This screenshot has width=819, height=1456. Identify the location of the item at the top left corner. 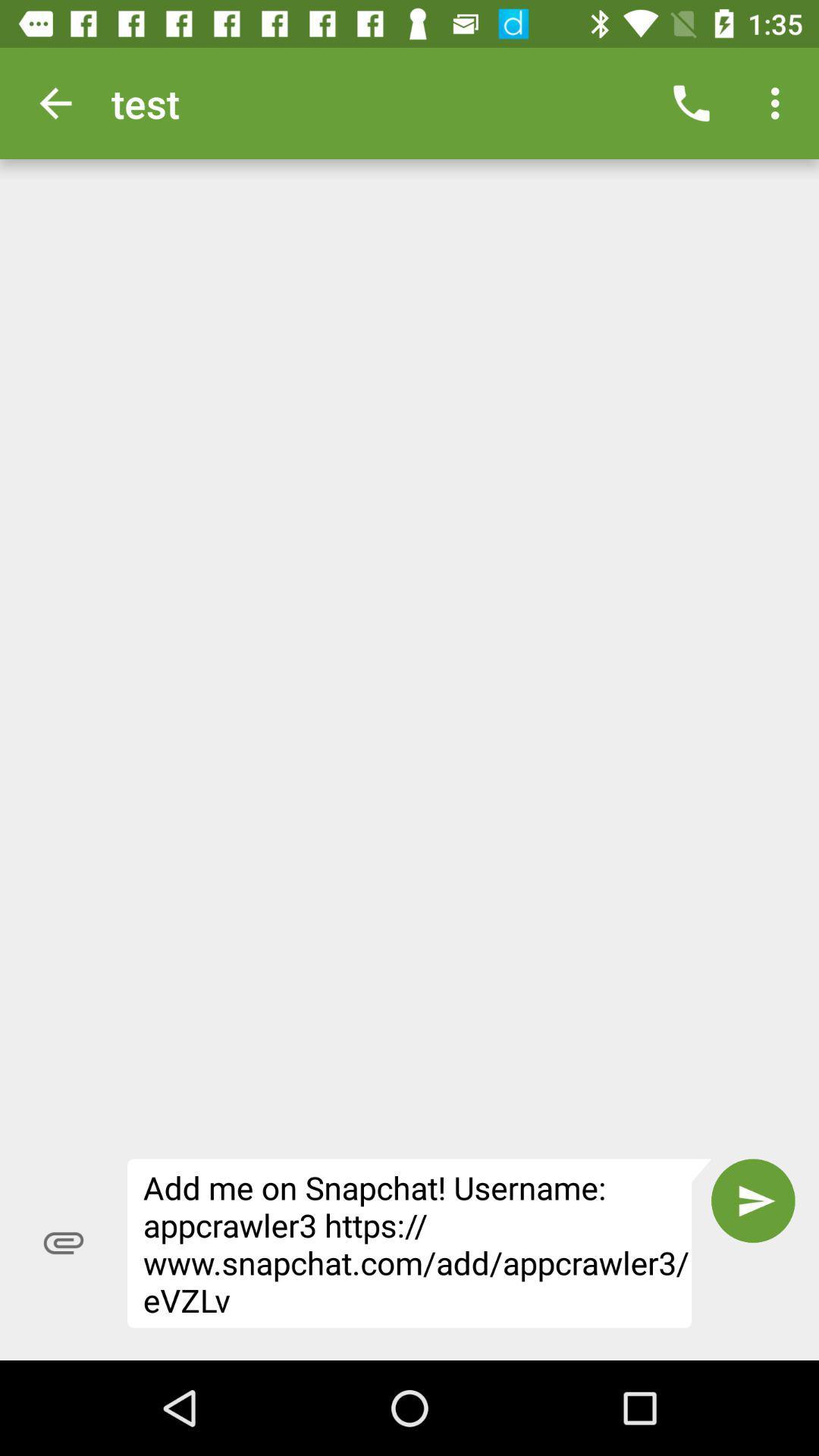
(55, 102).